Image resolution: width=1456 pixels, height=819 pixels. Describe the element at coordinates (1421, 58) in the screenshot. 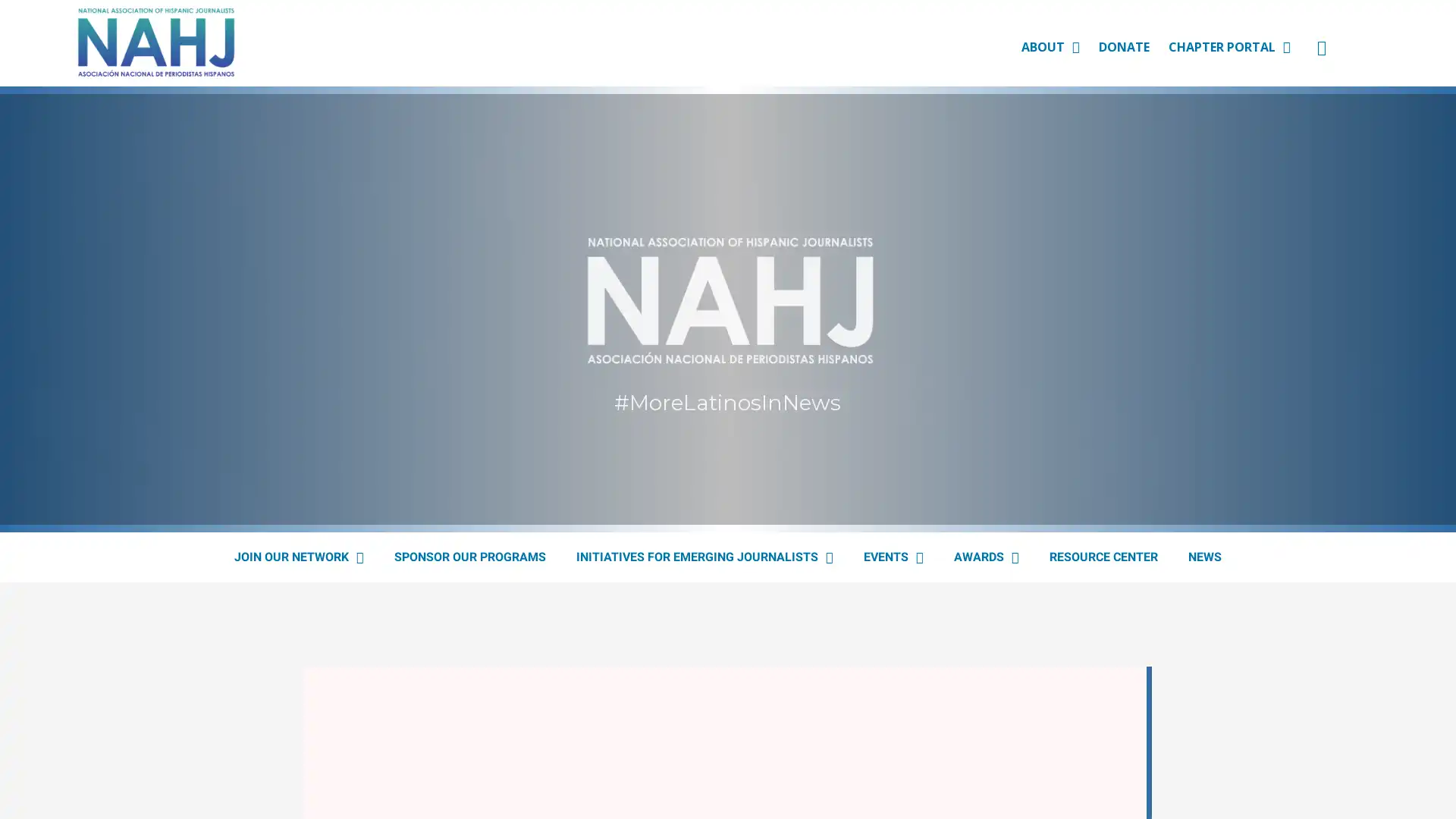

I see `Close search form` at that location.